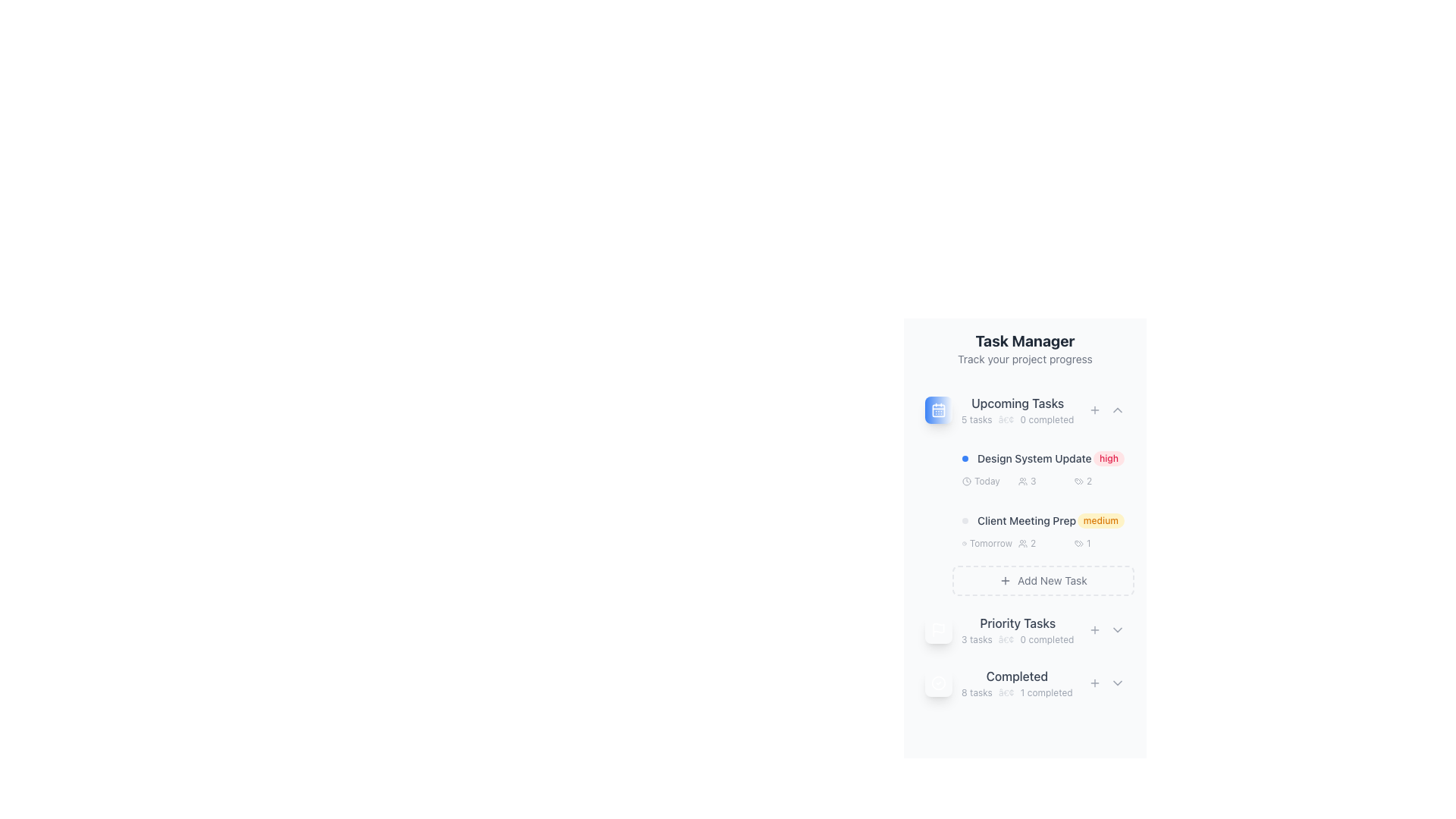 Image resolution: width=1456 pixels, height=819 pixels. Describe the element at coordinates (1027, 458) in the screenshot. I see `the text label indicating a specific task in the 'Upcoming Tasks' list, located under the blue circular icon and before the 'high' tag` at that location.